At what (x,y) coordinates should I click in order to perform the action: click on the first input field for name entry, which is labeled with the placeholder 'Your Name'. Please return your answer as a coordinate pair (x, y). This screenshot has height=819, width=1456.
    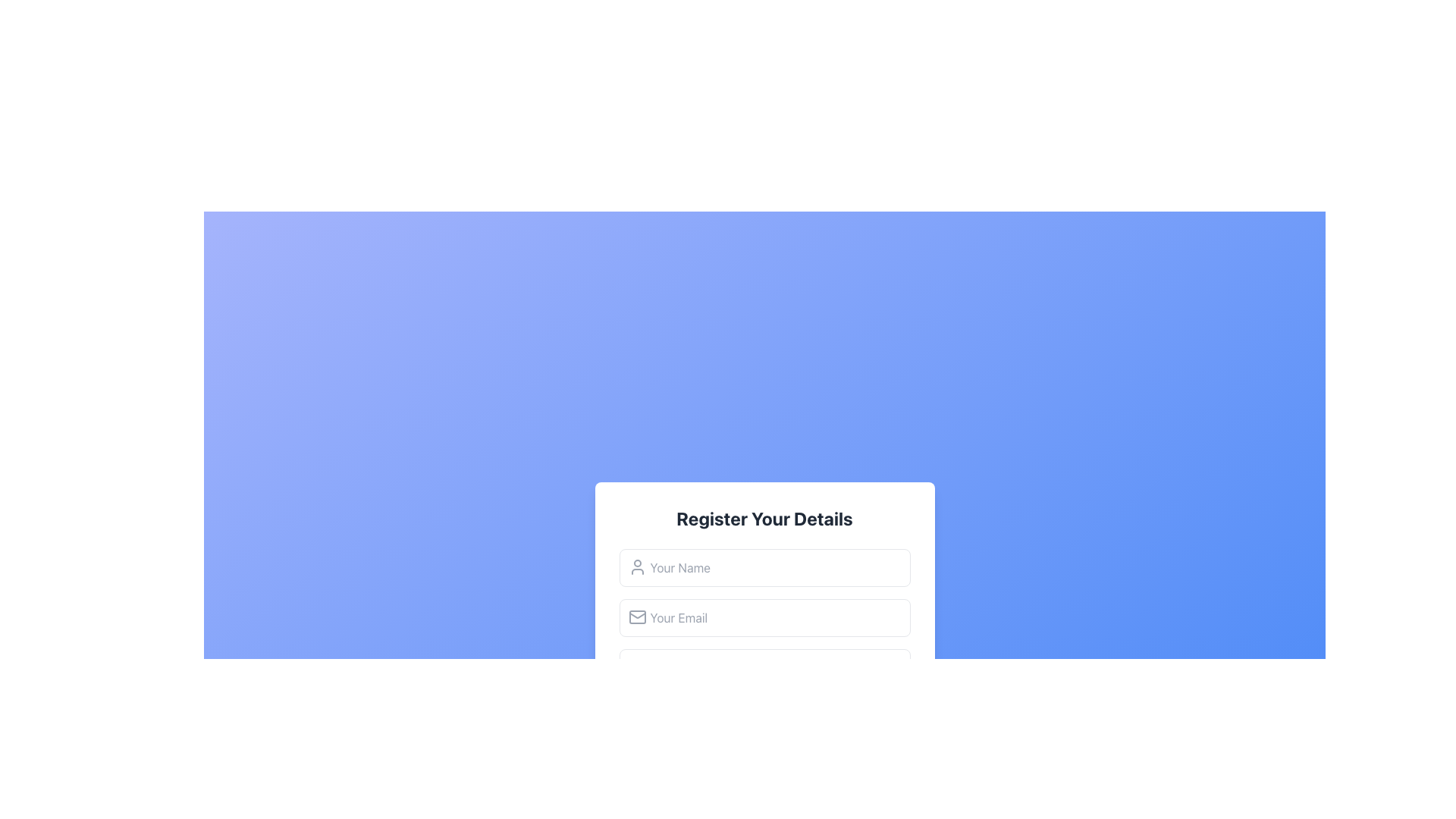
    Looking at the image, I should click on (764, 567).